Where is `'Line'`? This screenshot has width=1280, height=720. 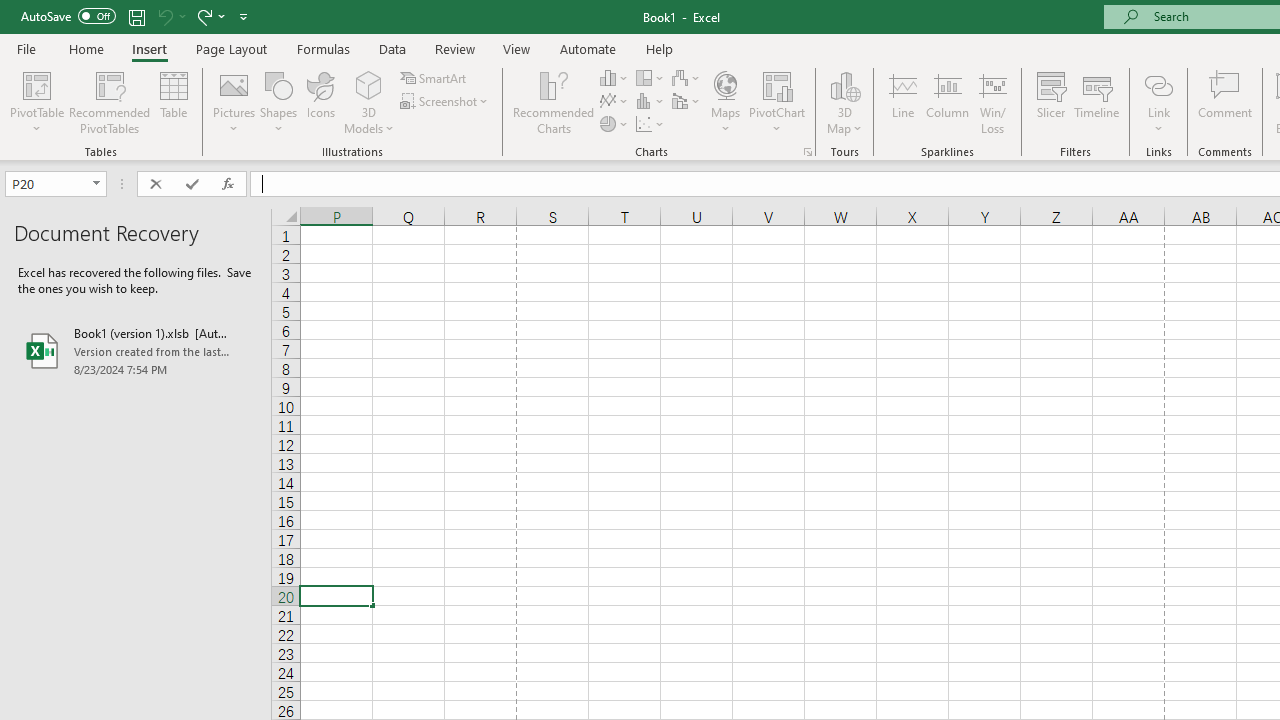
'Line' is located at coordinates (902, 103).